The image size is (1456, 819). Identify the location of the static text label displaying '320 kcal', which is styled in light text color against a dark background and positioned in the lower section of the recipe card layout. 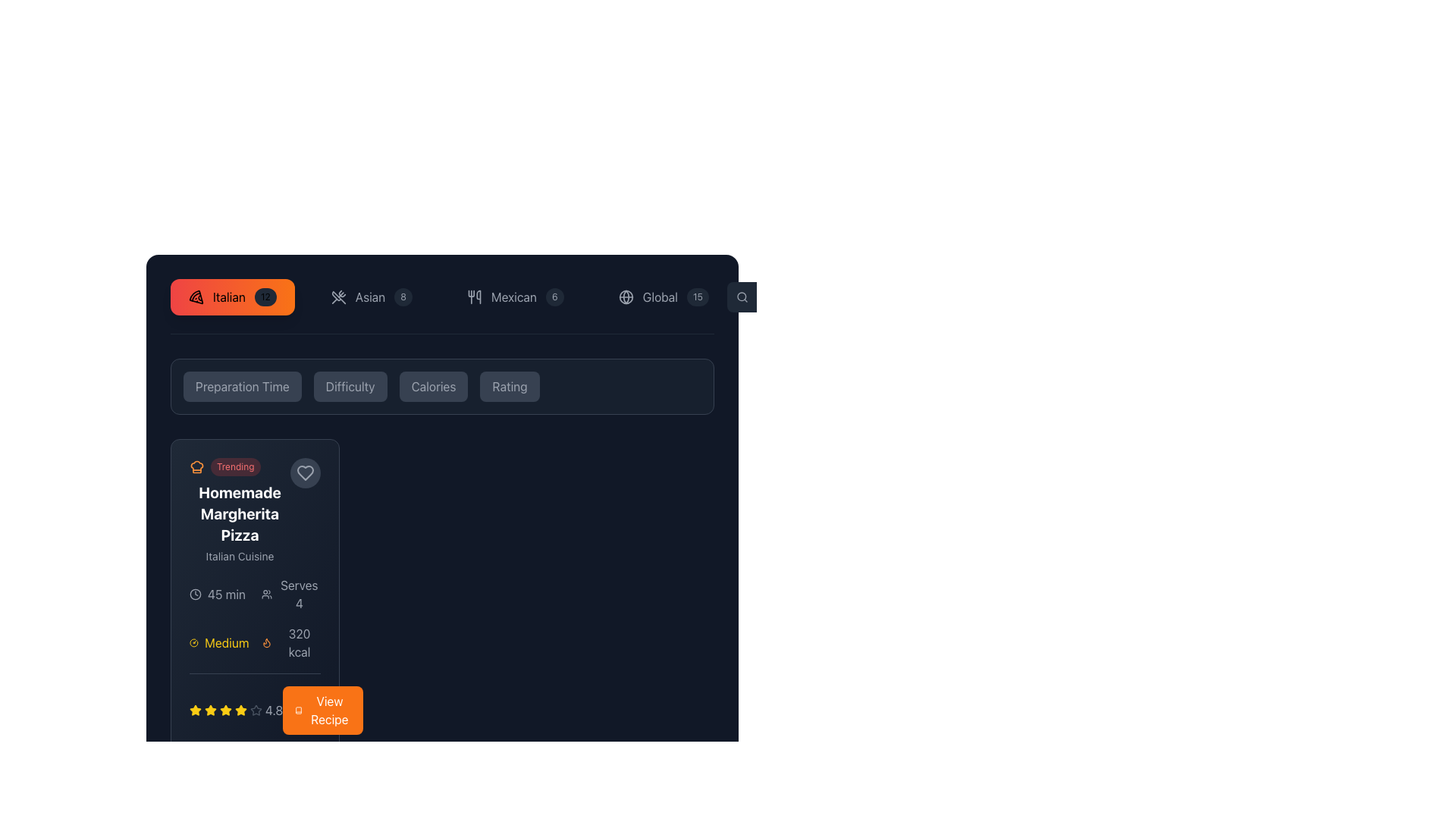
(299, 643).